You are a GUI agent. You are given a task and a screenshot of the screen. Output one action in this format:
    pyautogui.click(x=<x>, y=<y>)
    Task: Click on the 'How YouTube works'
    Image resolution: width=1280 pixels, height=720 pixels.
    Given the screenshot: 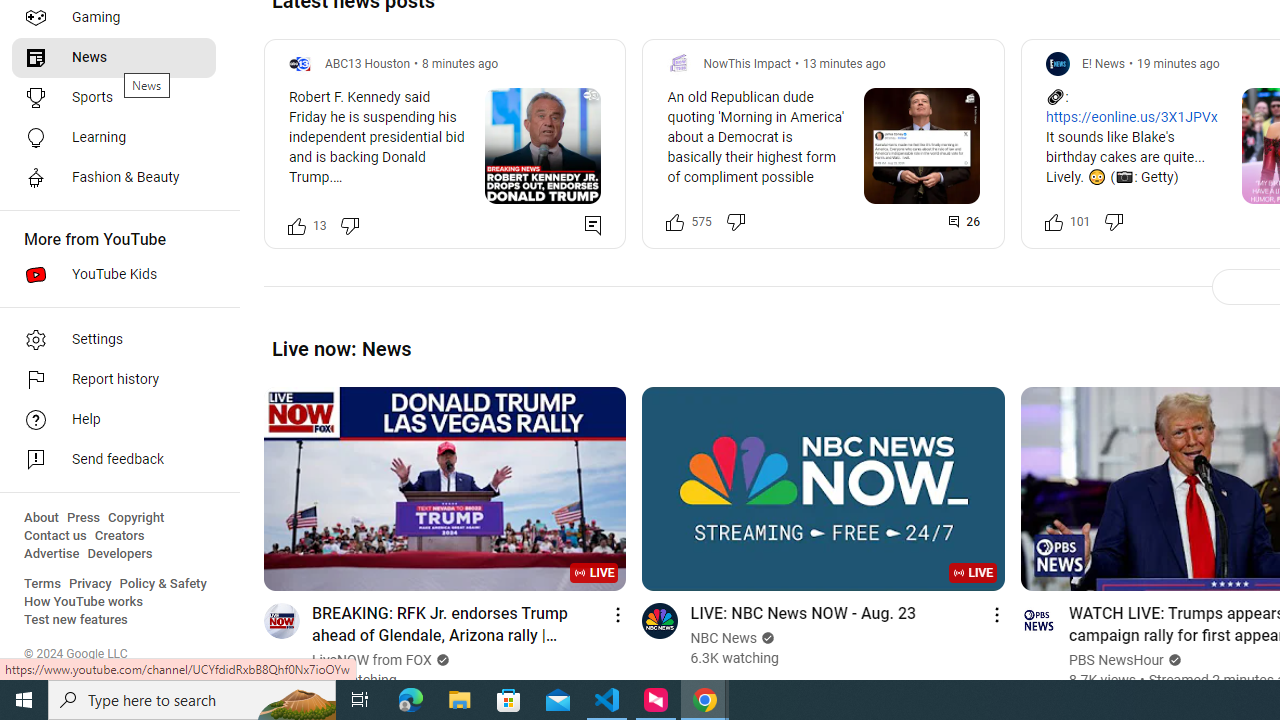 What is the action you would take?
    pyautogui.click(x=82, y=601)
    